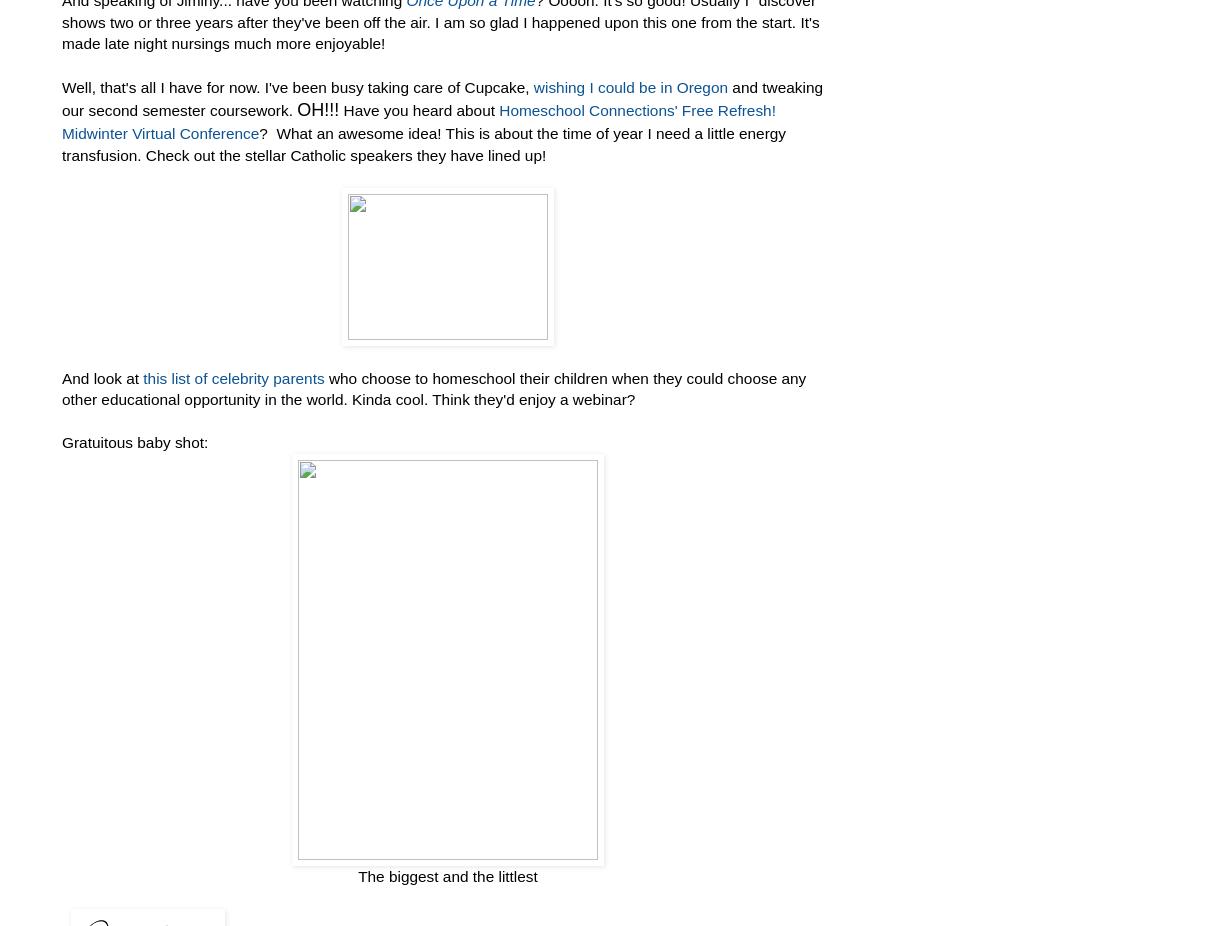 This screenshot has height=926, width=1208. What do you see at coordinates (433, 388) in the screenshot?
I see `'who choose to homeschool their children when they could choose any other educational opportunity in the world. Kinda cool. Think they'd enjoy a webinar?'` at bounding box center [433, 388].